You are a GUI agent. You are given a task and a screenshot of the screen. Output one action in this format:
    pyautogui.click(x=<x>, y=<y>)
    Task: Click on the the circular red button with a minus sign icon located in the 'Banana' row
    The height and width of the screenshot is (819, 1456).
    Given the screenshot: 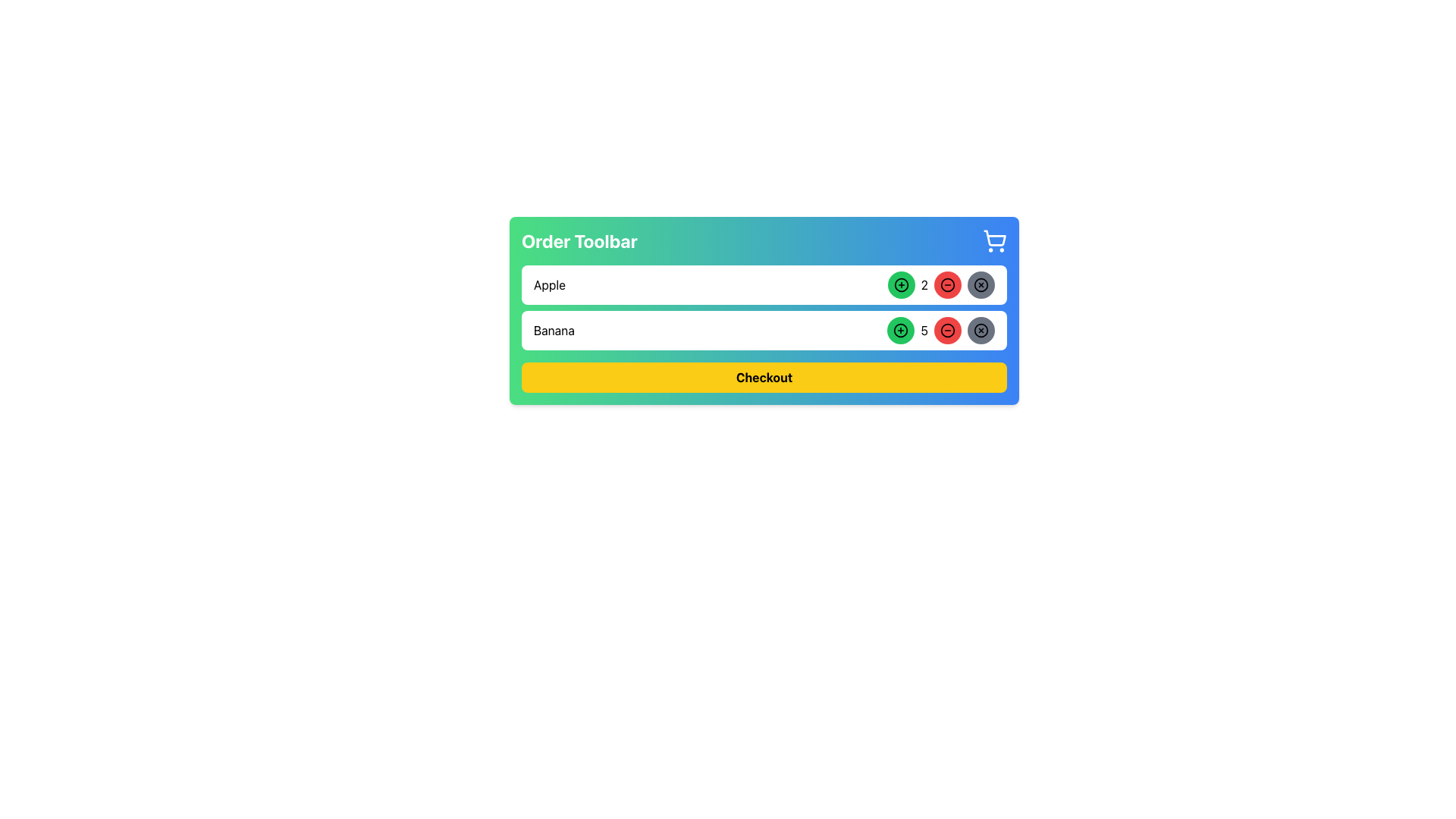 What is the action you would take?
    pyautogui.click(x=946, y=329)
    